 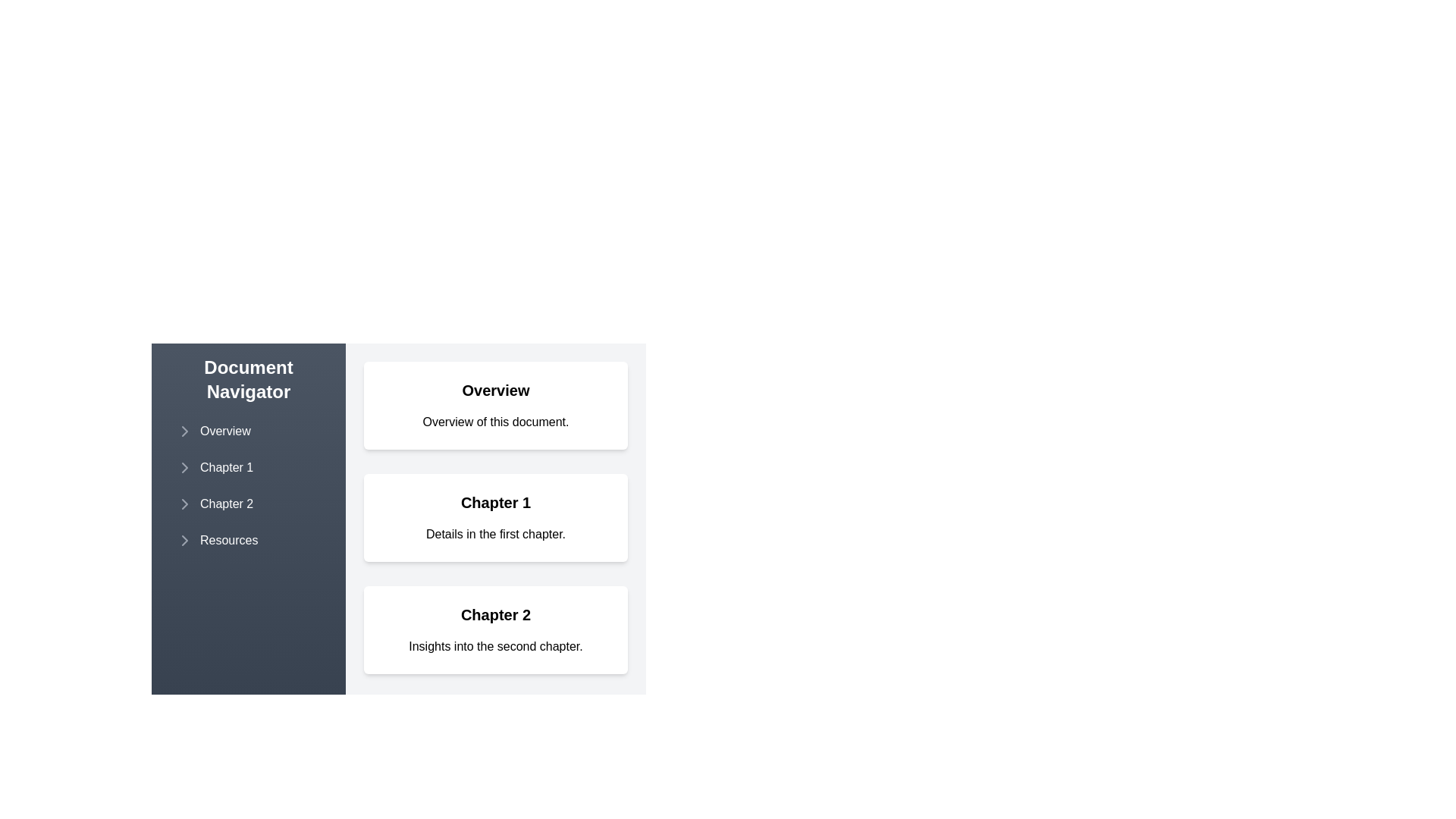 What do you see at coordinates (495, 614) in the screenshot?
I see `the static text heading element that reads 'Chapter 2', which is styled with a bold font and positioned at the top of the information box for Chapter 2` at bounding box center [495, 614].